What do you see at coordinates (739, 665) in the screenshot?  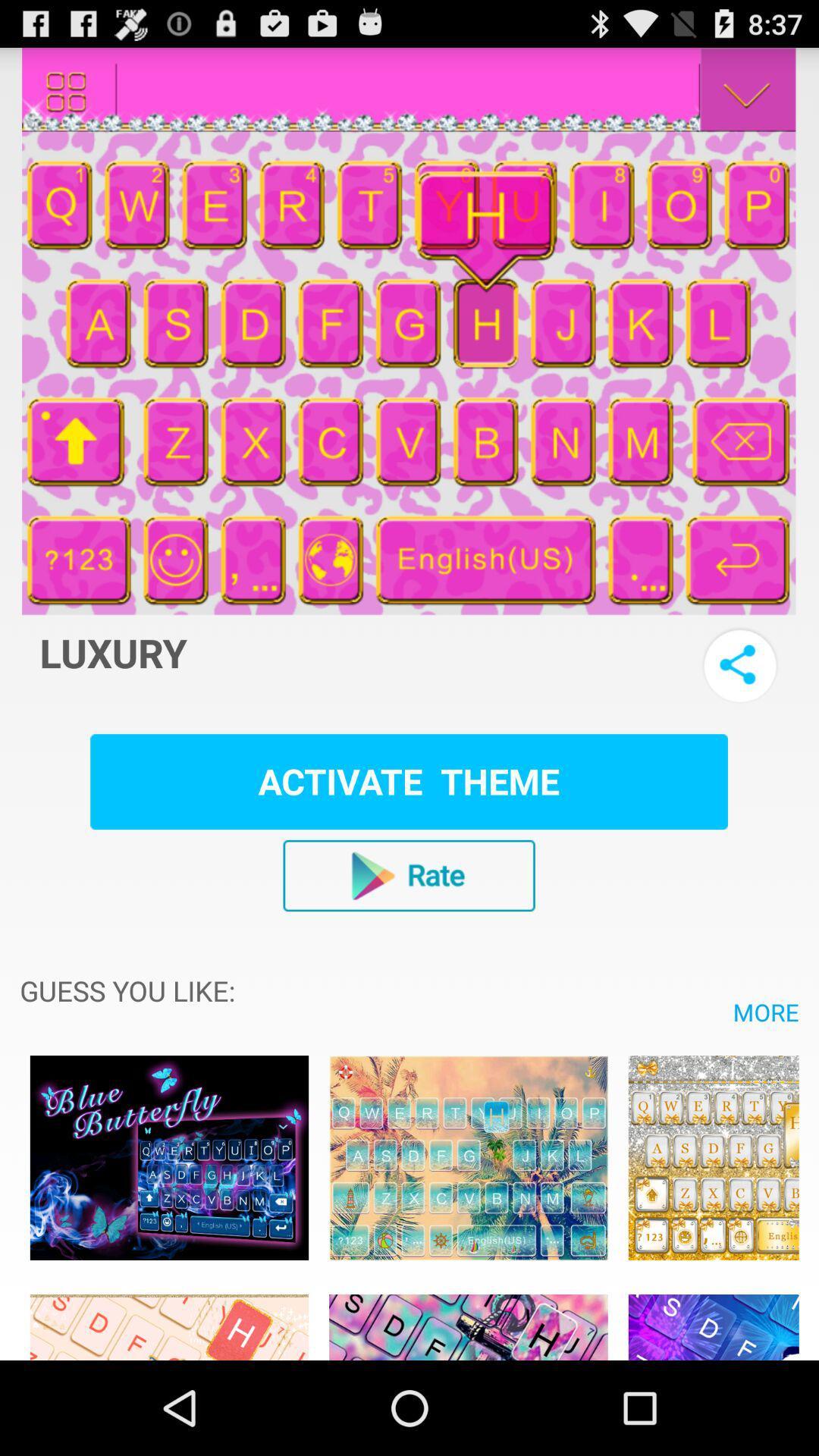 I see `share` at bounding box center [739, 665].